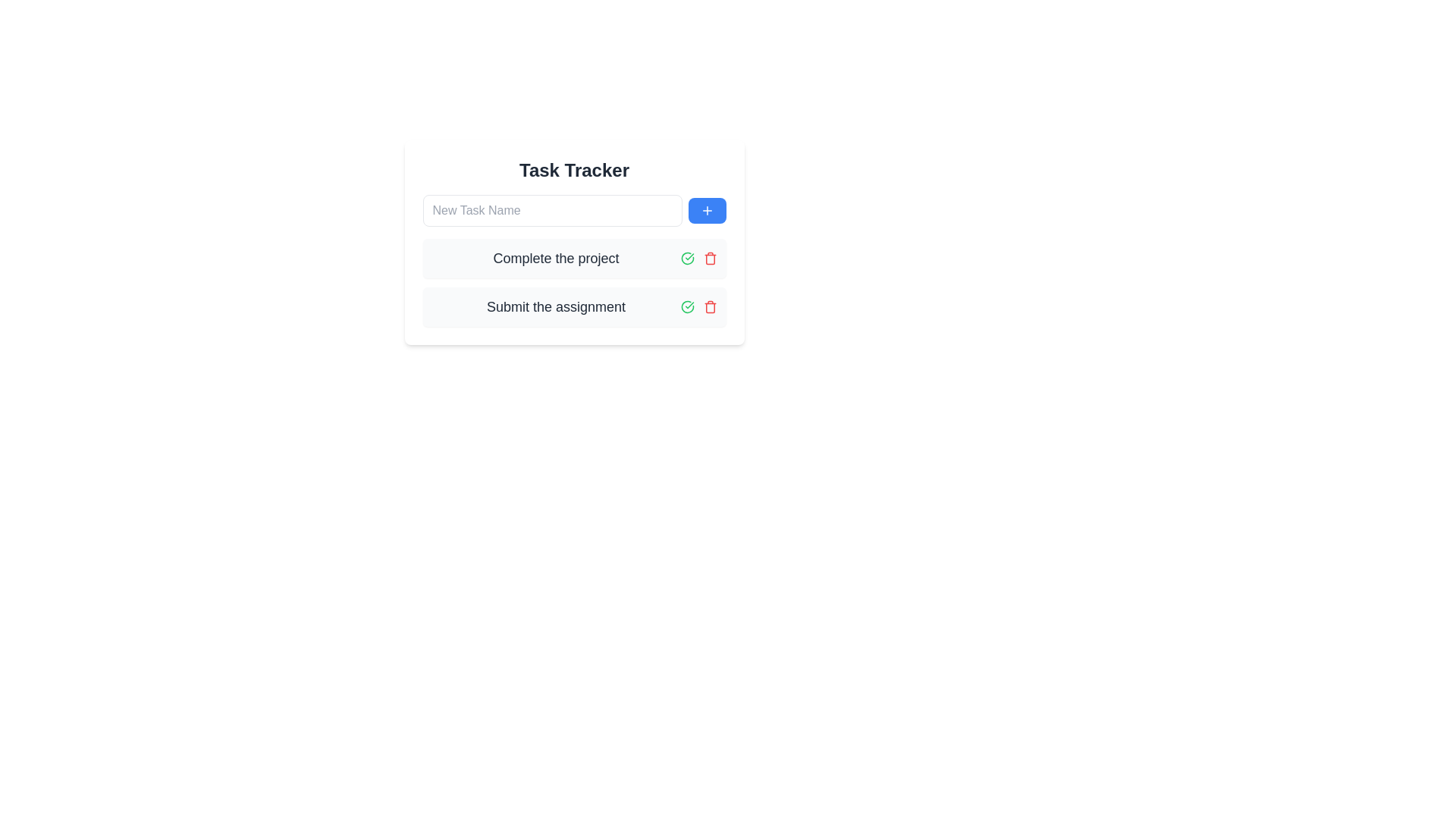 The width and height of the screenshot is (1456, 819). What do you see at coordinates (706, 210) in the screenshot?
I see `the add task icon located at the top-right corner of the task management section` at bounding box center [706, 210].